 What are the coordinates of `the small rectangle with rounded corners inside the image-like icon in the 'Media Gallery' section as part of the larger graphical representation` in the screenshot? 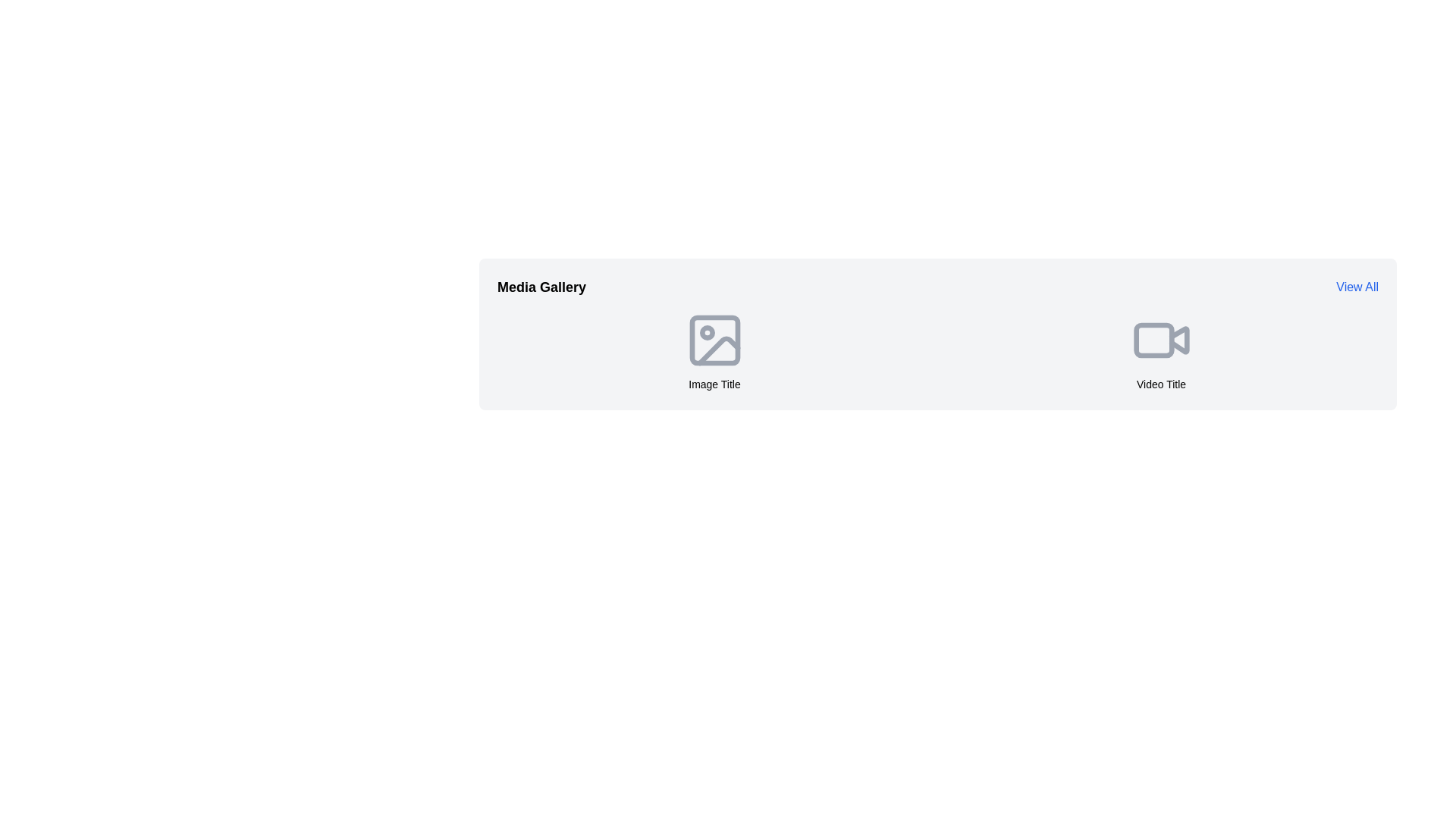 It's located at (714, 339).